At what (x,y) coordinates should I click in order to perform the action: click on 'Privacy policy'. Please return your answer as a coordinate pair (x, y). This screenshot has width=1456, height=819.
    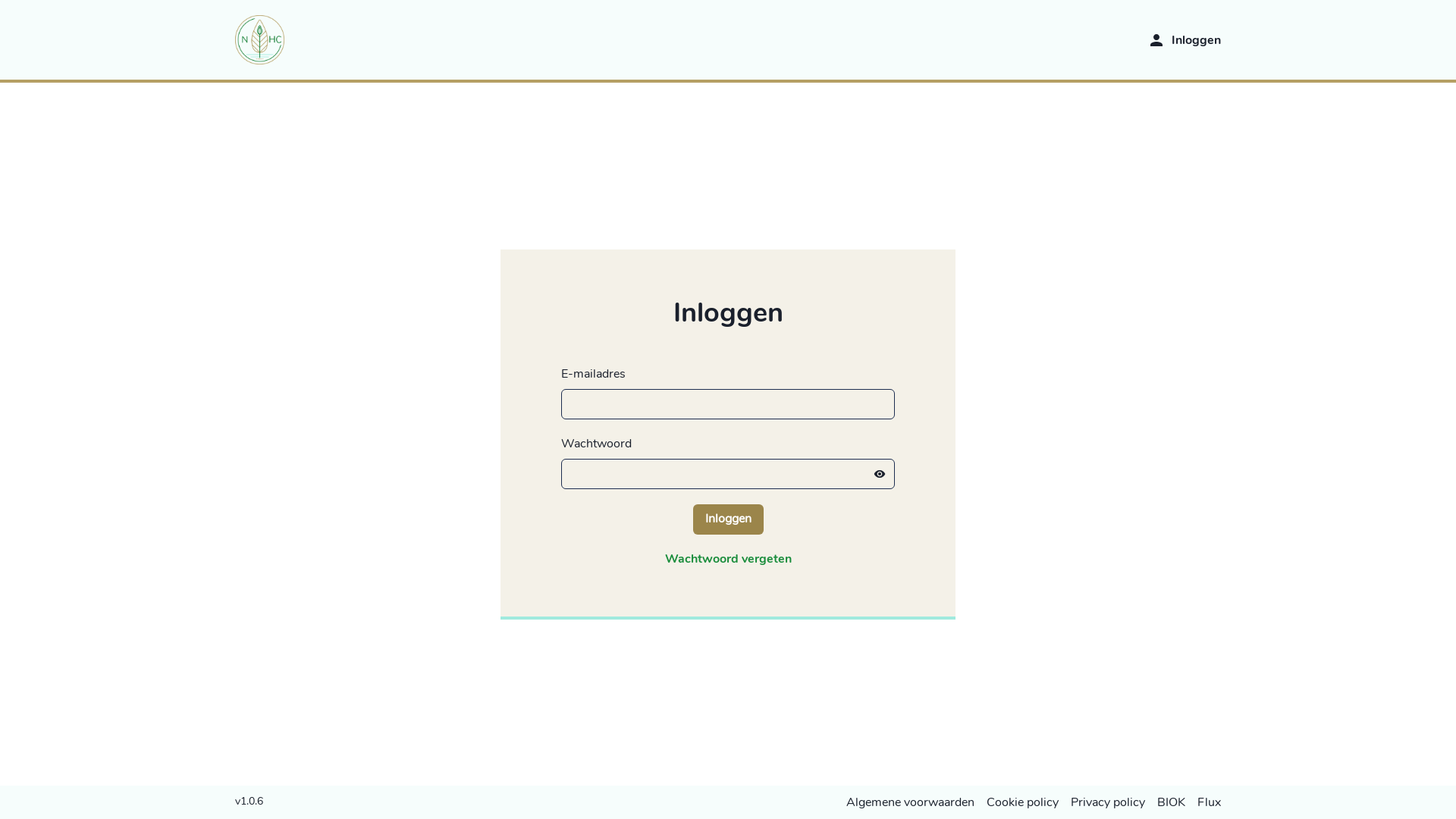
    Looking at the image, I should click on (1107, 801).